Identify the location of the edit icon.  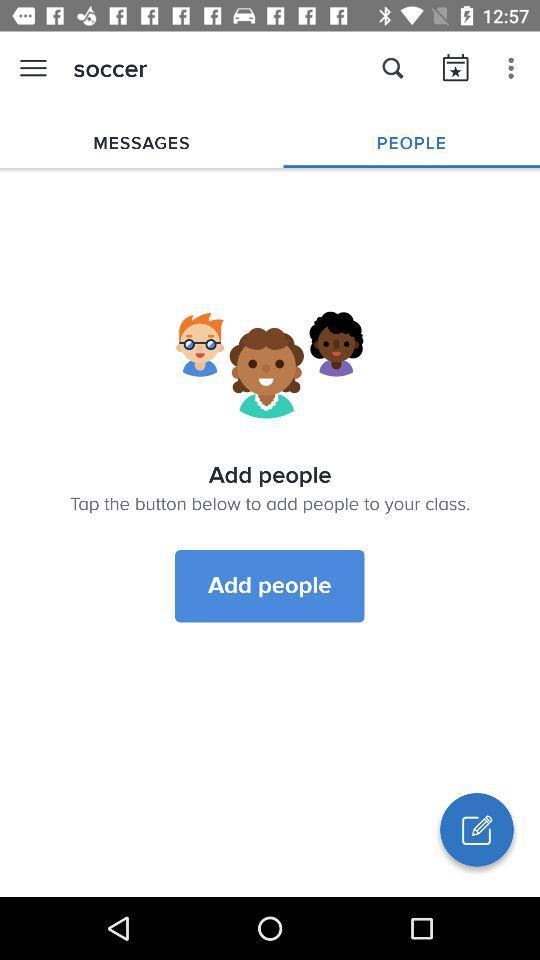
(475, 829).